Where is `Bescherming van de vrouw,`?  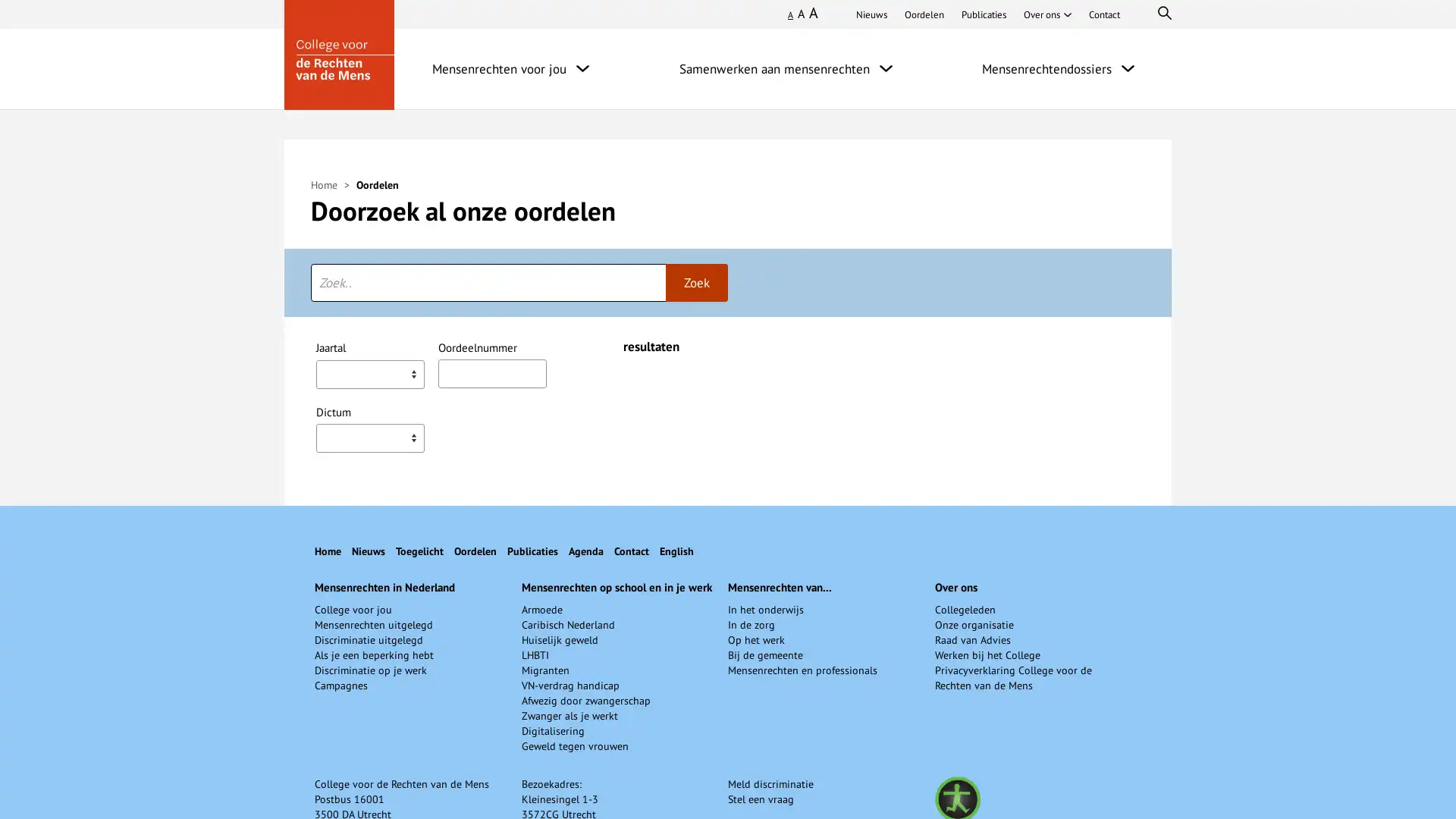 Bescherming van de vrouw, is located at coordinates (866, 445).